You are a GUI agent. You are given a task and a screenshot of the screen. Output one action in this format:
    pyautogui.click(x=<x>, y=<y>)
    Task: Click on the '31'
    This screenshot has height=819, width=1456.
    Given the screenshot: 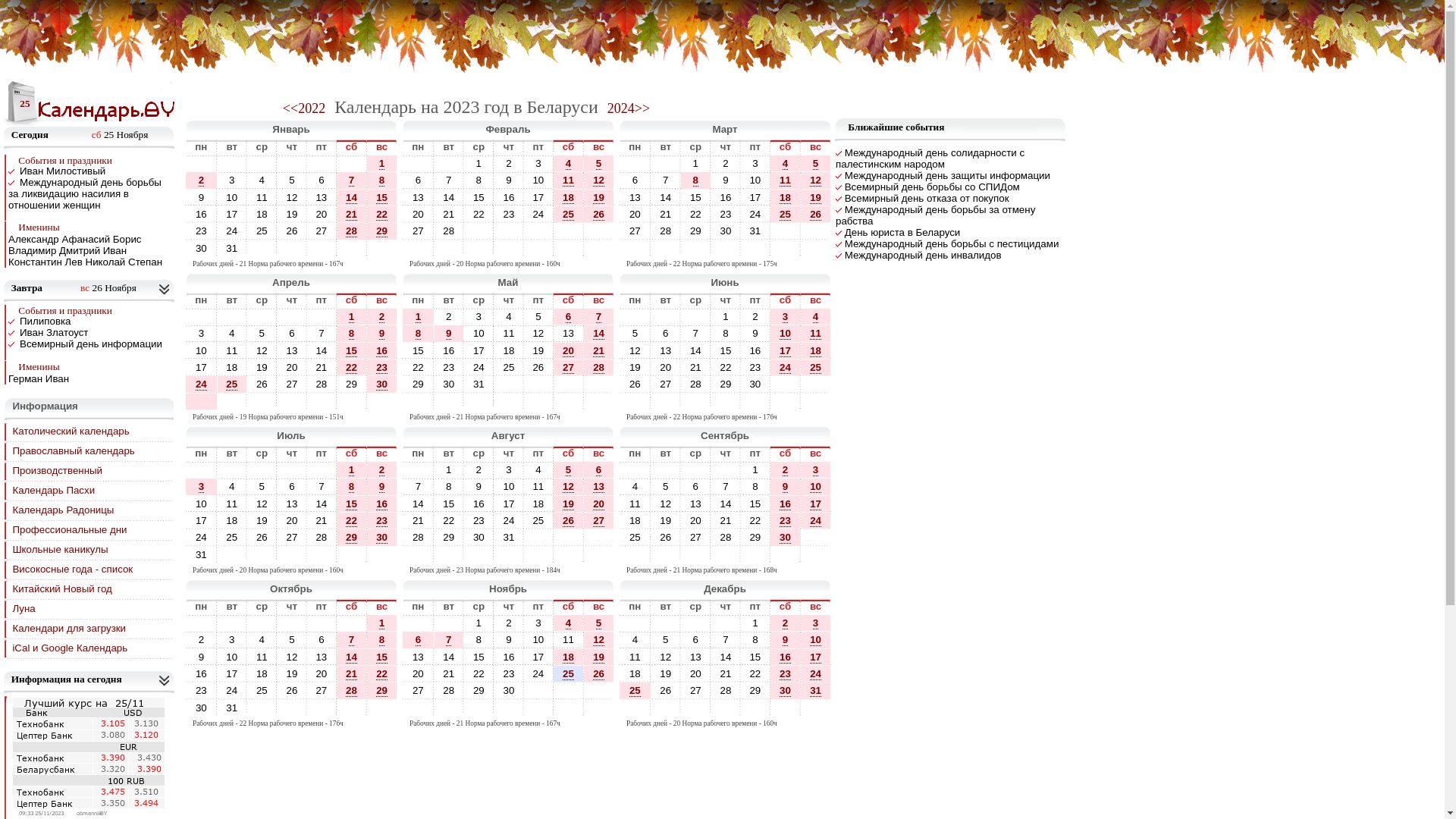 What is the action you would take?
    pyautogui.click(x=814, y=690)
    